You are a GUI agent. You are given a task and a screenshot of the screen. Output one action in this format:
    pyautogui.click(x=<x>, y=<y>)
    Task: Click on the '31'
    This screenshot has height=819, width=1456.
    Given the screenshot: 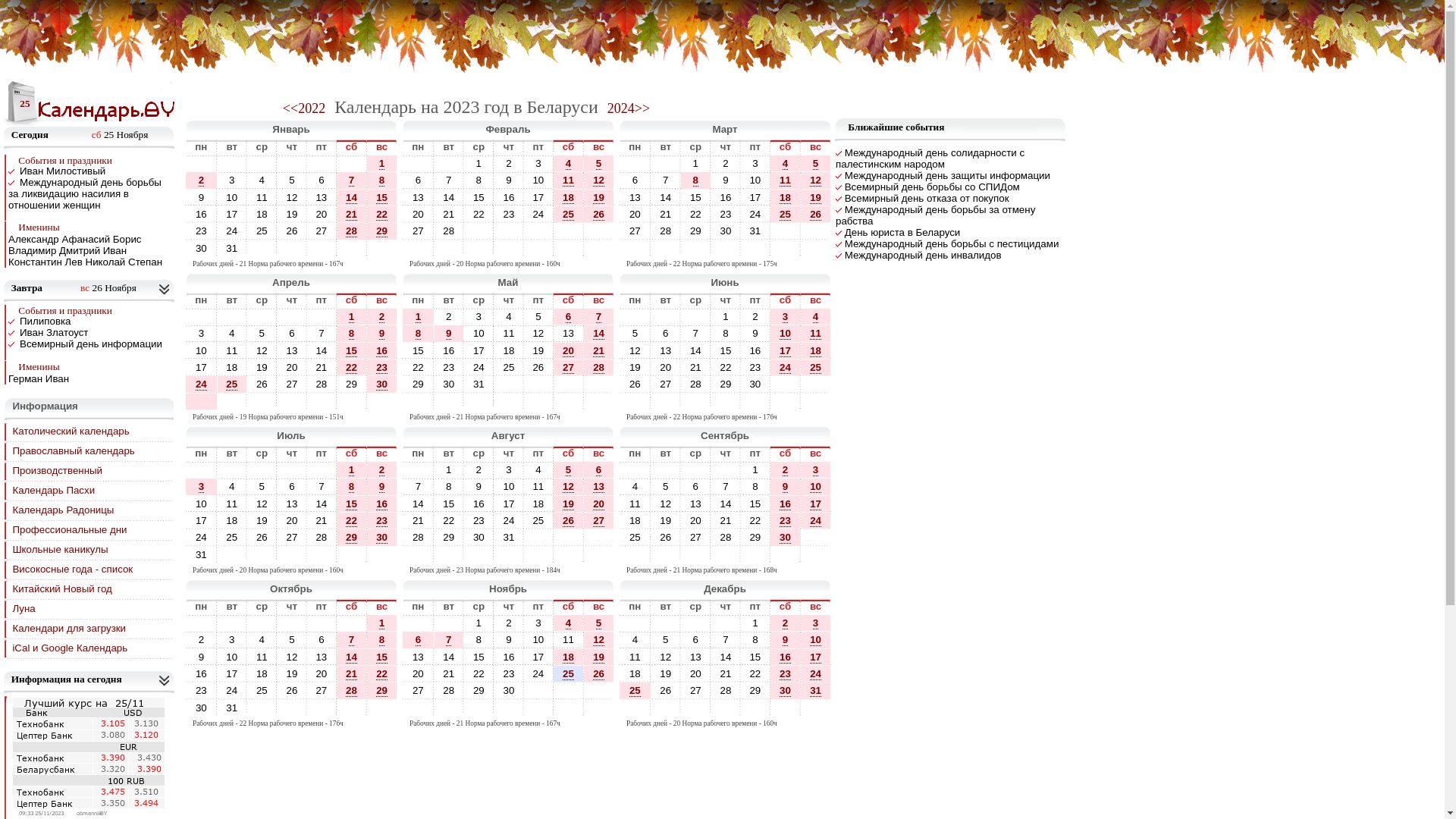 What is the action you would take?
    pyautogui.click(x=814, y=690)
    